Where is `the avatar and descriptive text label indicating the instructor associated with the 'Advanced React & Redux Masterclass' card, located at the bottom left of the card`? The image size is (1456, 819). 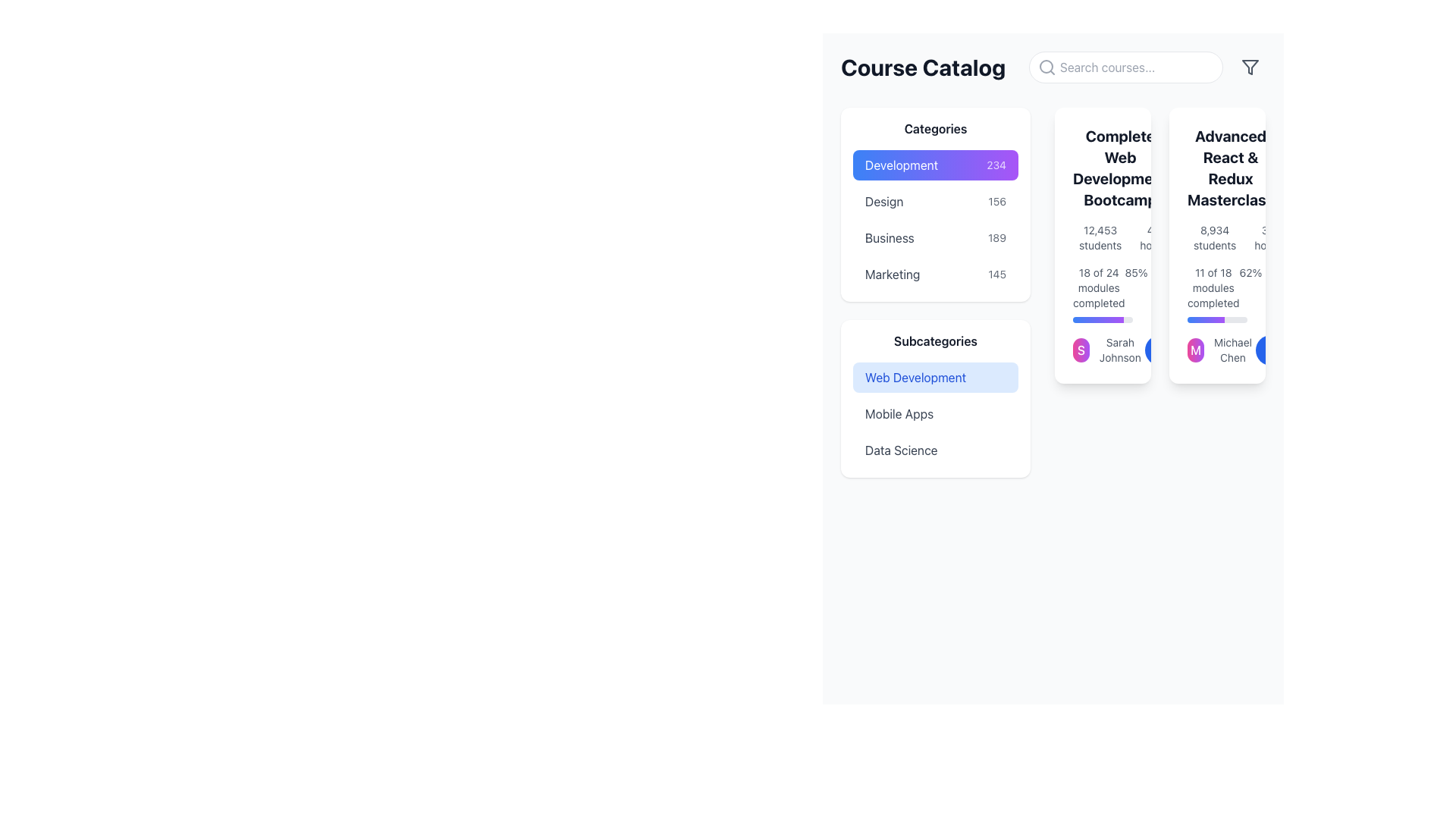 the avatar and descriptive text label indicating the instructor associated with the 'Advanced React & Redux Masterclass' card, located at the bottom left of the card is located at coordinates (1217, 350).